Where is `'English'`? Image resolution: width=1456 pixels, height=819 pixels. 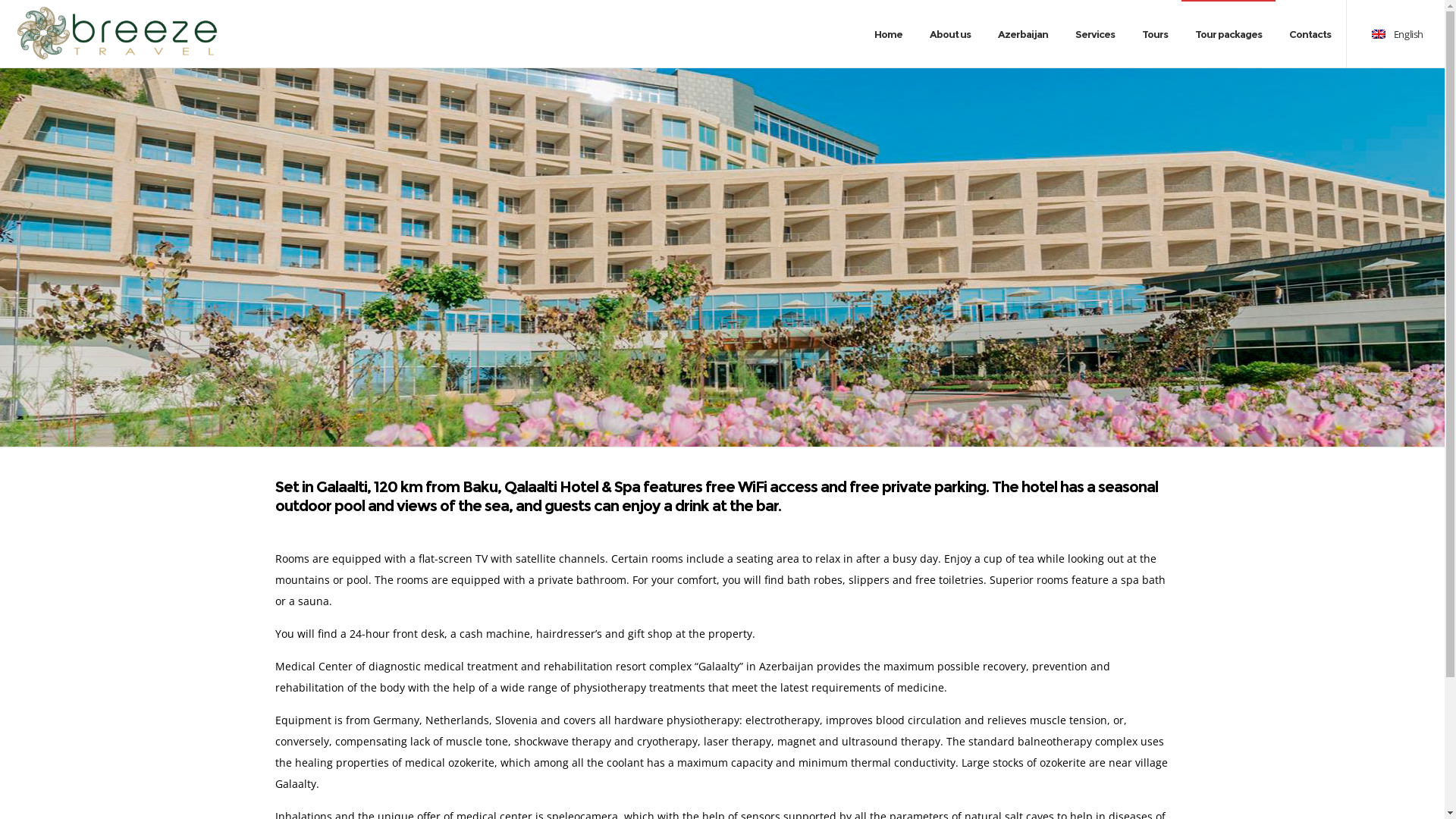 'English' is located at coordinates (1396, 34).